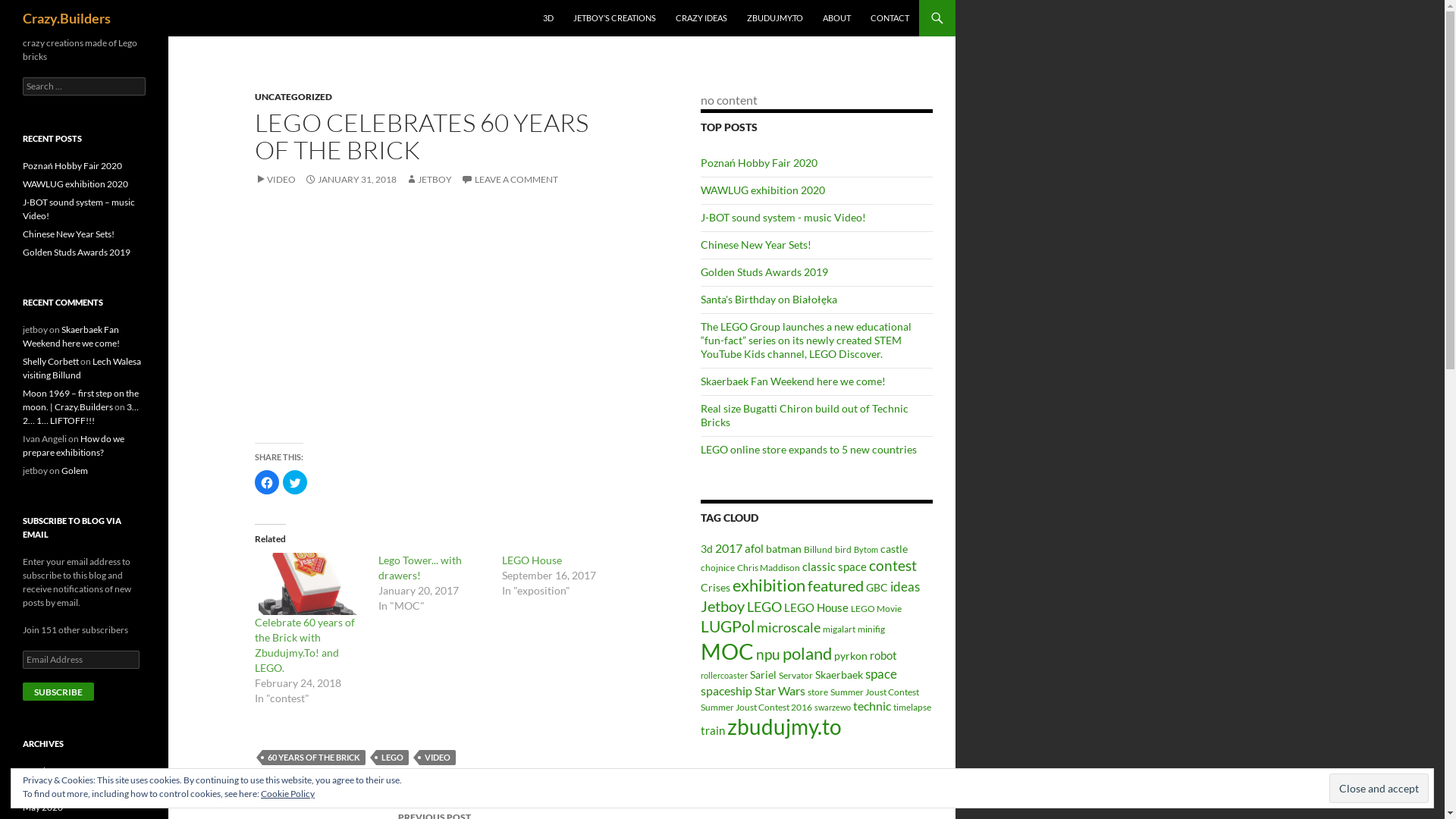 The height and width of the screenshot is (819, 1456). Describe the element at coordinates (714, 587) in the screenshot. I see `'Crises'` at that location.